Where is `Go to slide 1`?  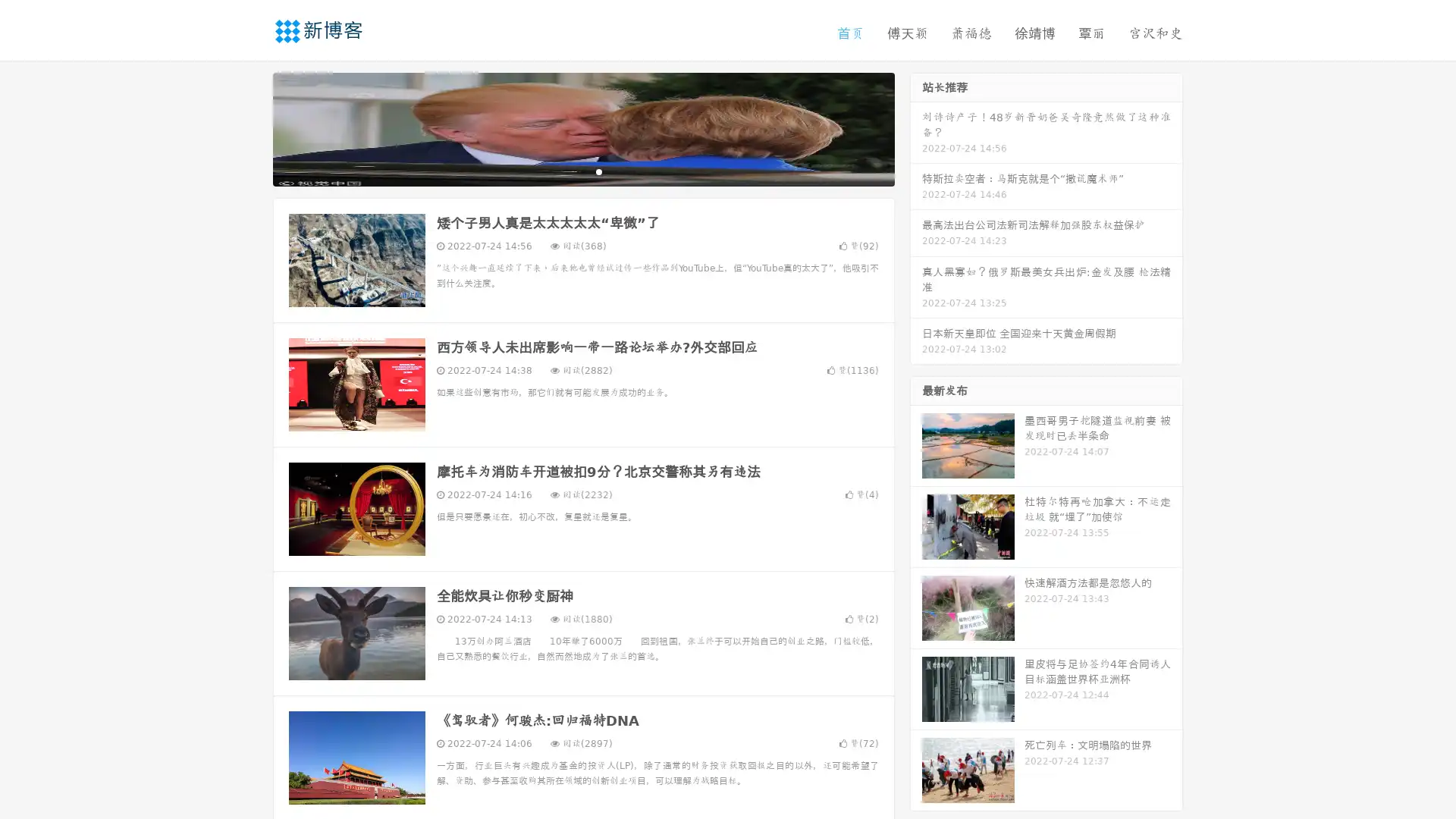
Go to slide 1 is located at coordinates (567, 171).